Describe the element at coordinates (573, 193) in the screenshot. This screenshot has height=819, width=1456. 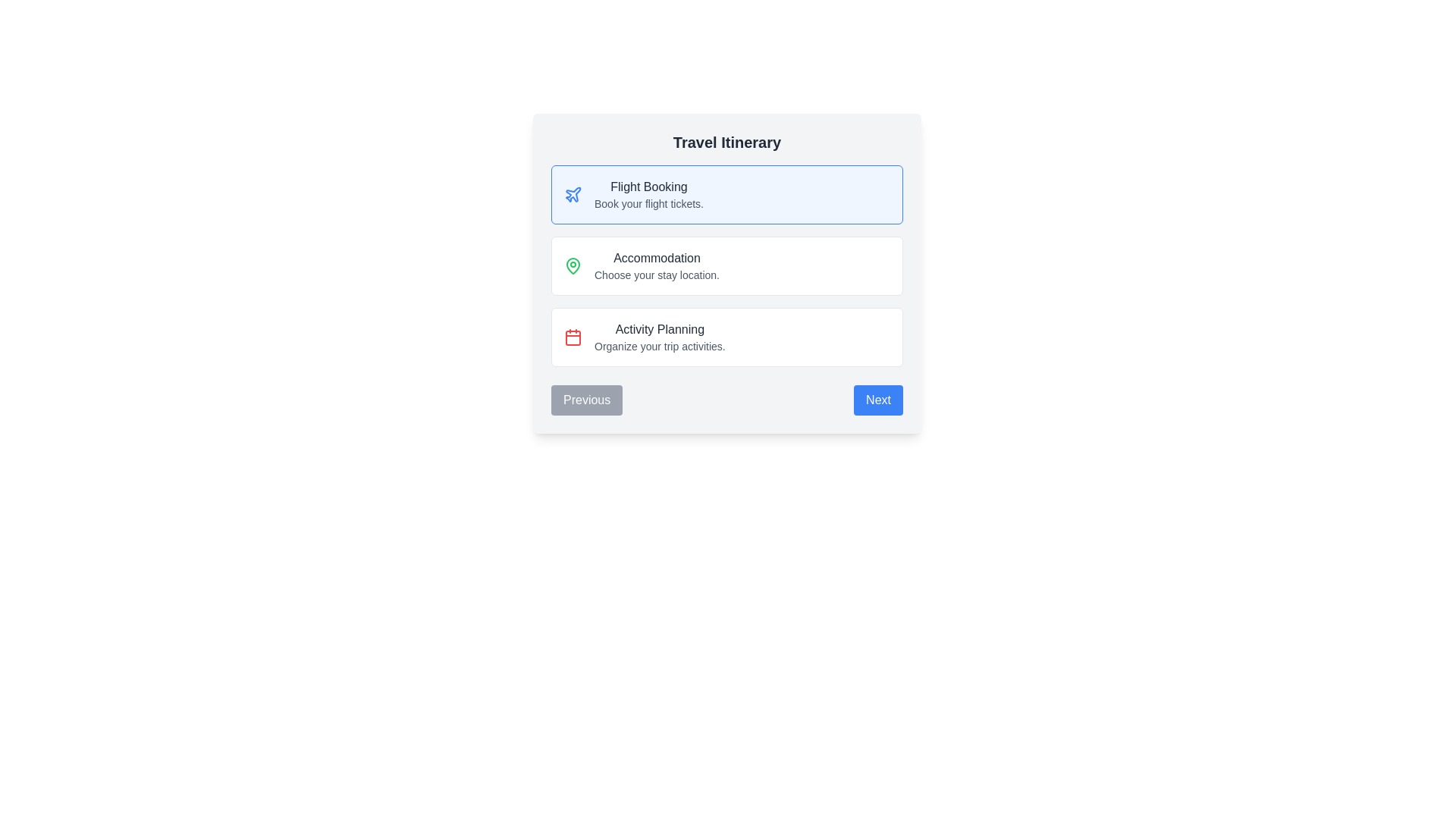
I see `the airplane icon representing the 'Flight Booking' section located at the top of the central panel` at that location.